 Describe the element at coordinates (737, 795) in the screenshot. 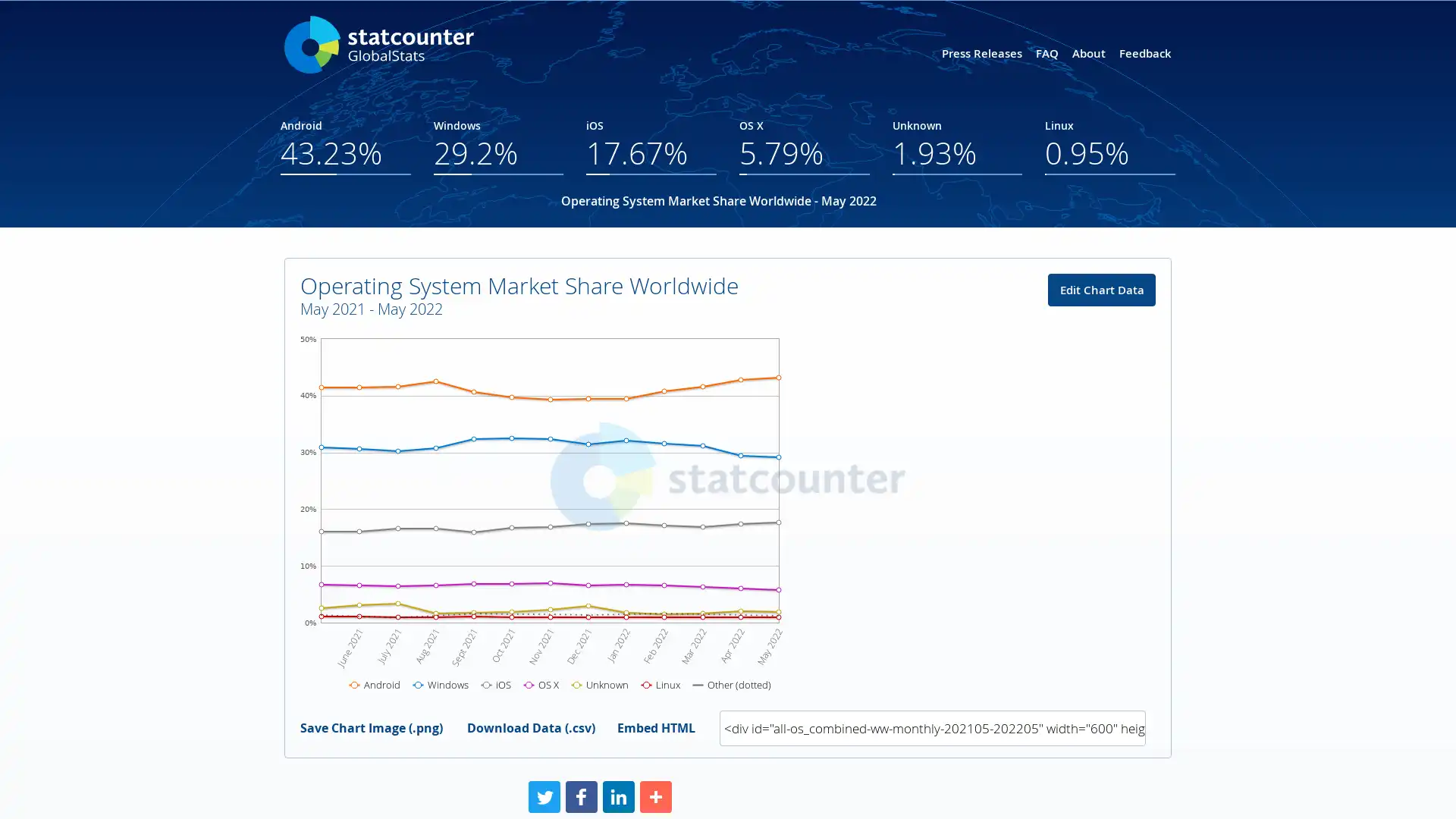

I see `Share to LinkedIn LinkedIn` at that location.